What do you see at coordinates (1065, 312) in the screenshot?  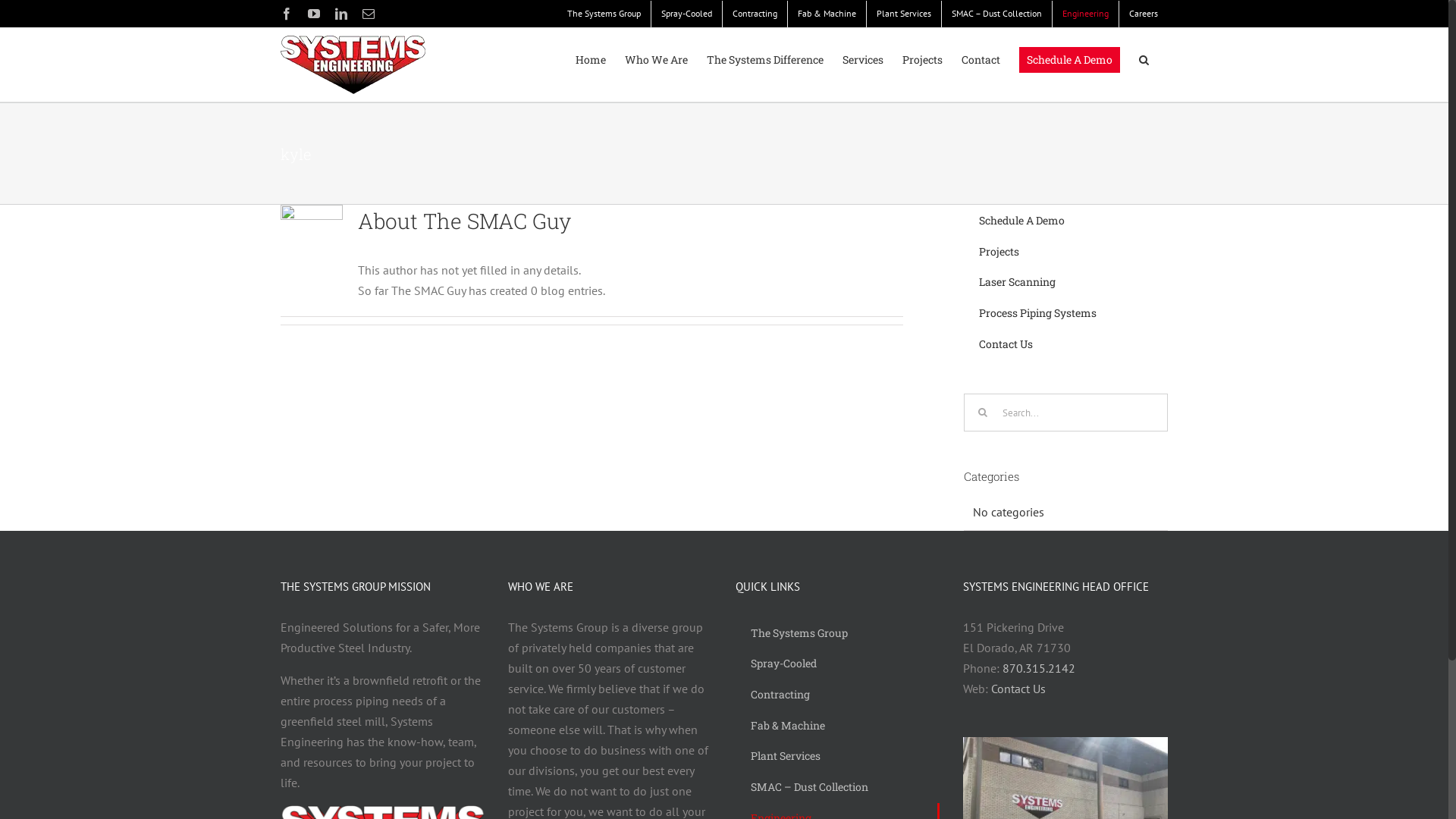 I see `'Process Piping Systems'` at bounding box center [1065, 312].